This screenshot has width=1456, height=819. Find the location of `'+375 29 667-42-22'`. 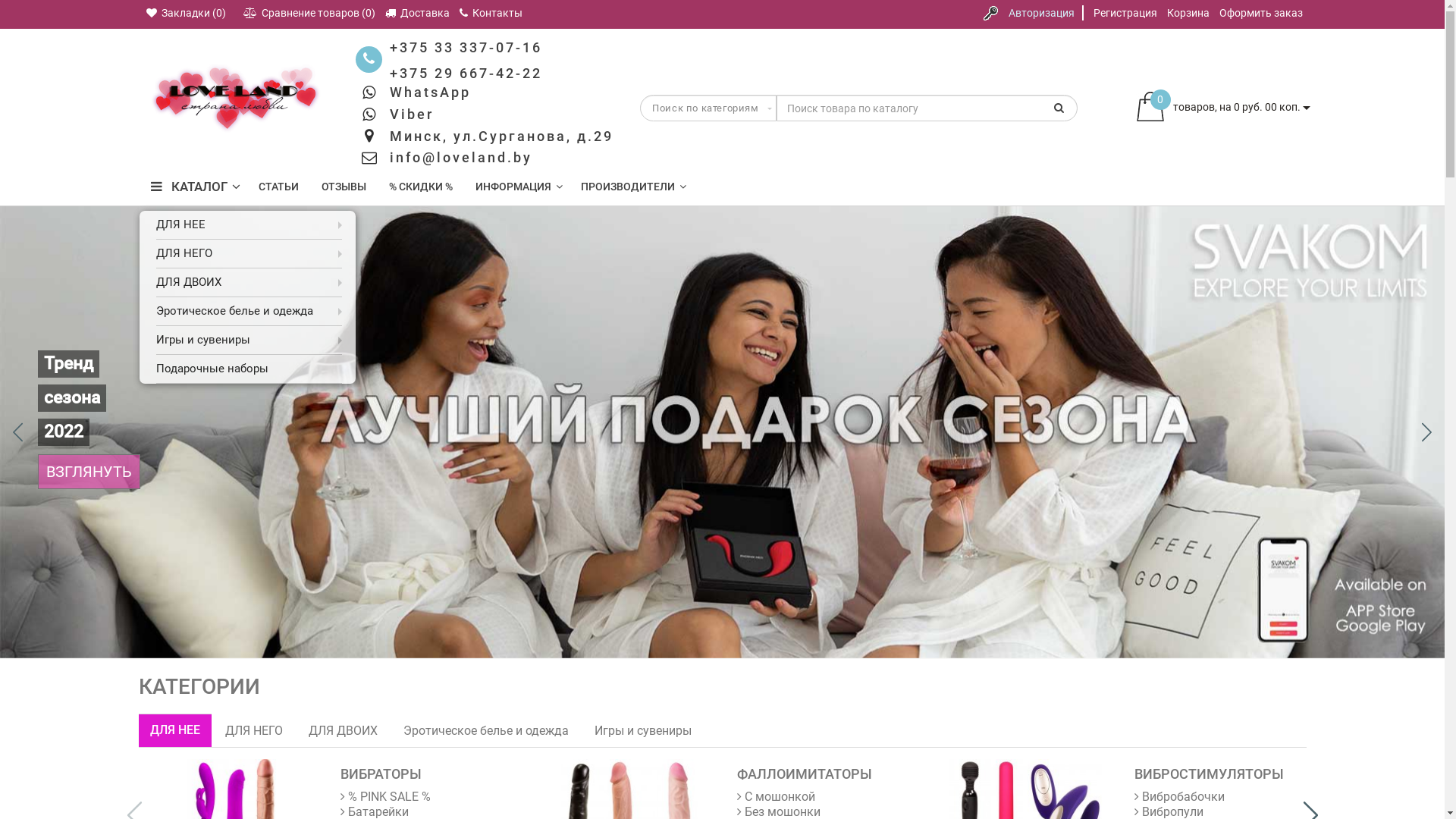

'+375 29 667-42-22' is located at coordinates (465, 73).